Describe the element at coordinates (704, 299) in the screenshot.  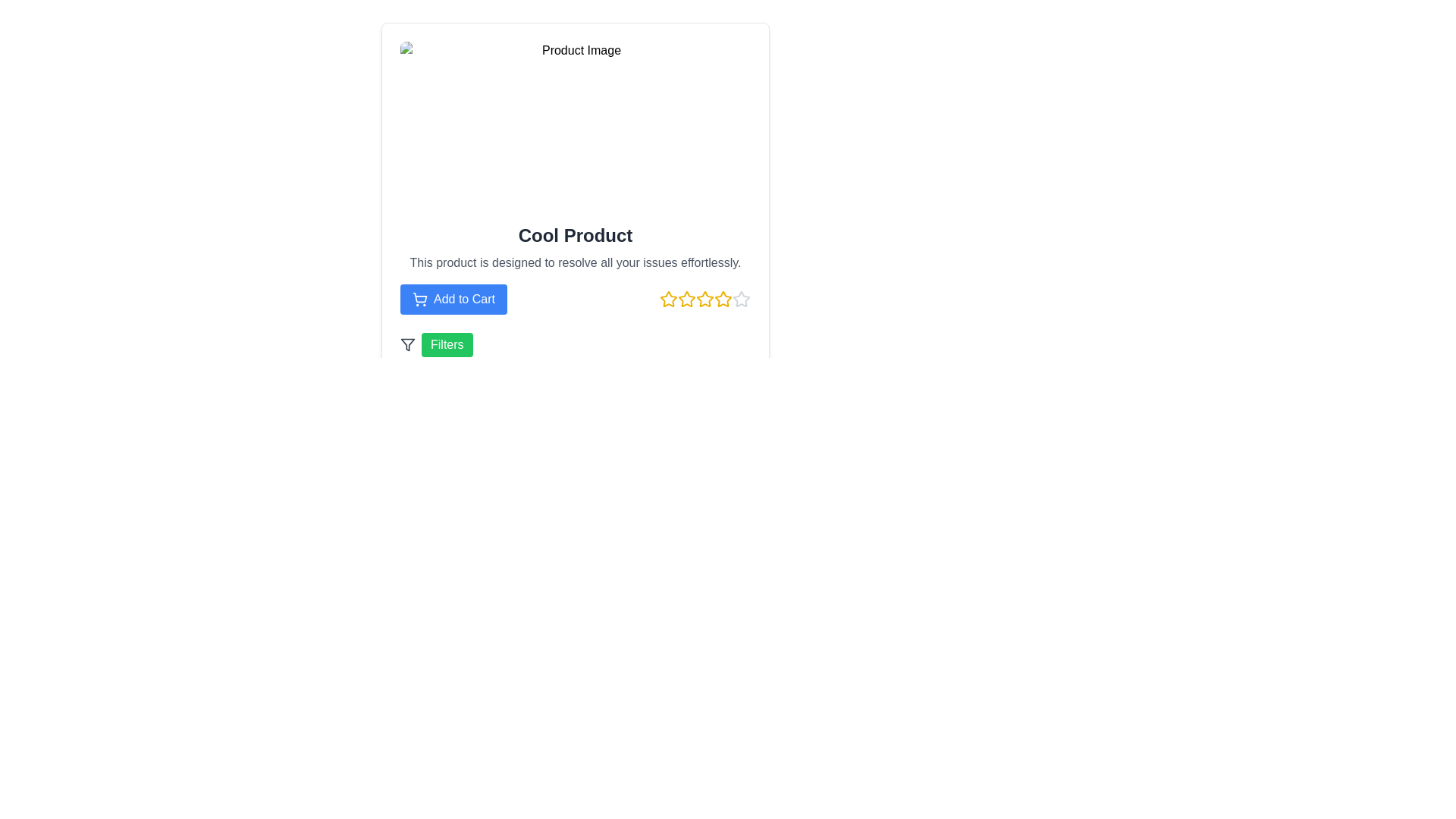
I see `the fourth rating star icon` at that location.